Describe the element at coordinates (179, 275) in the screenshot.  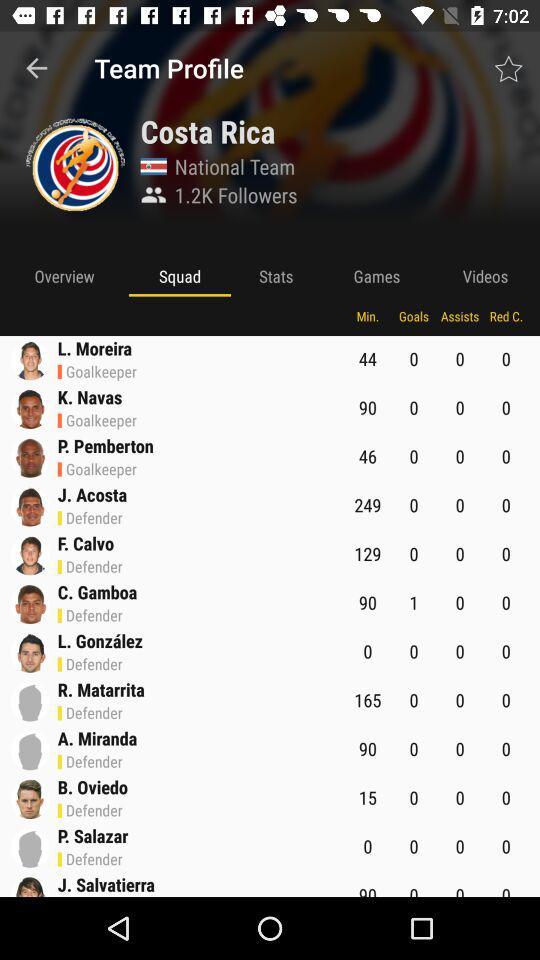
I see `app to the left of stats item` at that location.